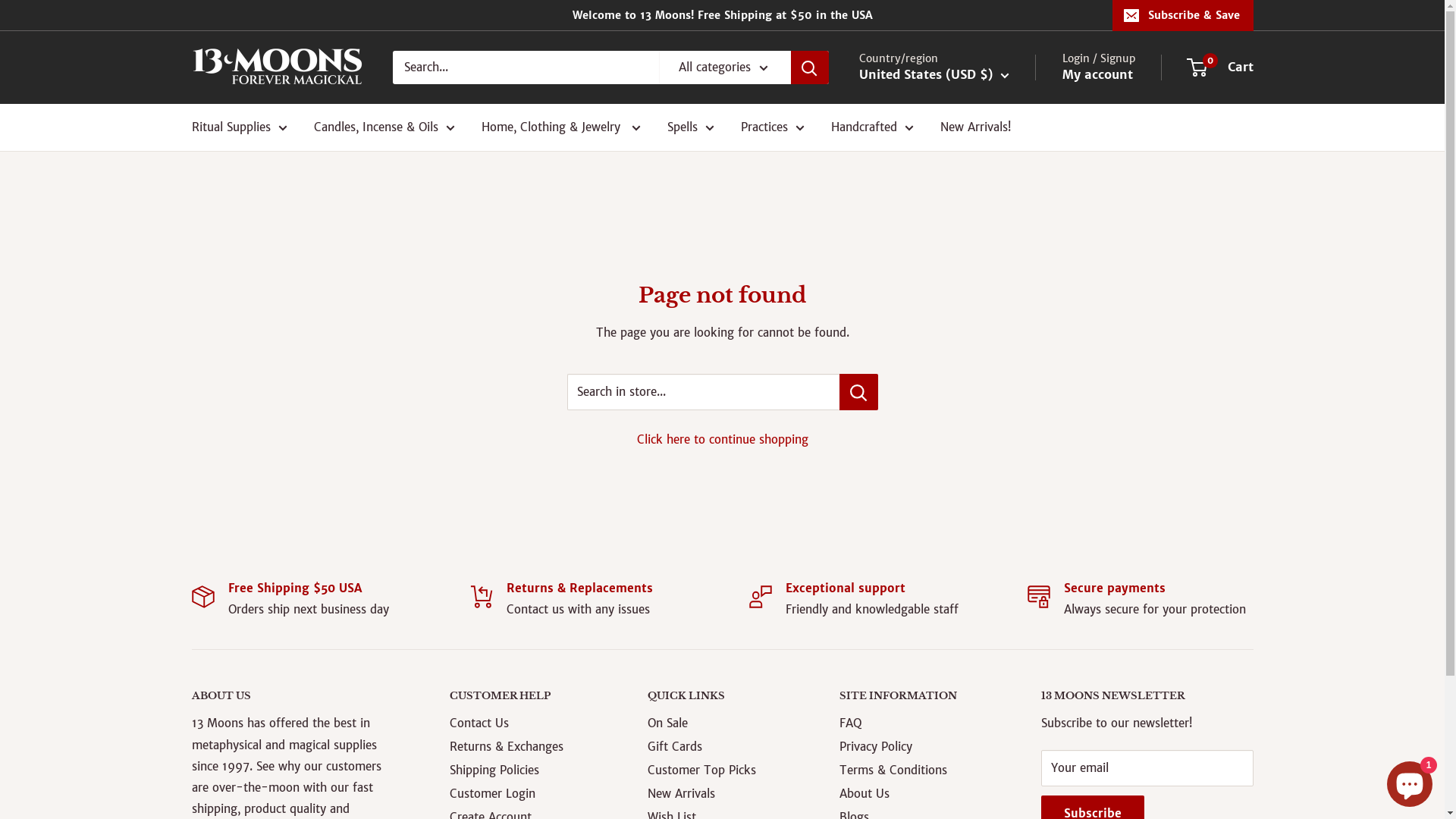  What do you see at coordinates (238, 127) in the screenshot?
I see `'Ritual Supplies'` at bounding box center [238, 127].